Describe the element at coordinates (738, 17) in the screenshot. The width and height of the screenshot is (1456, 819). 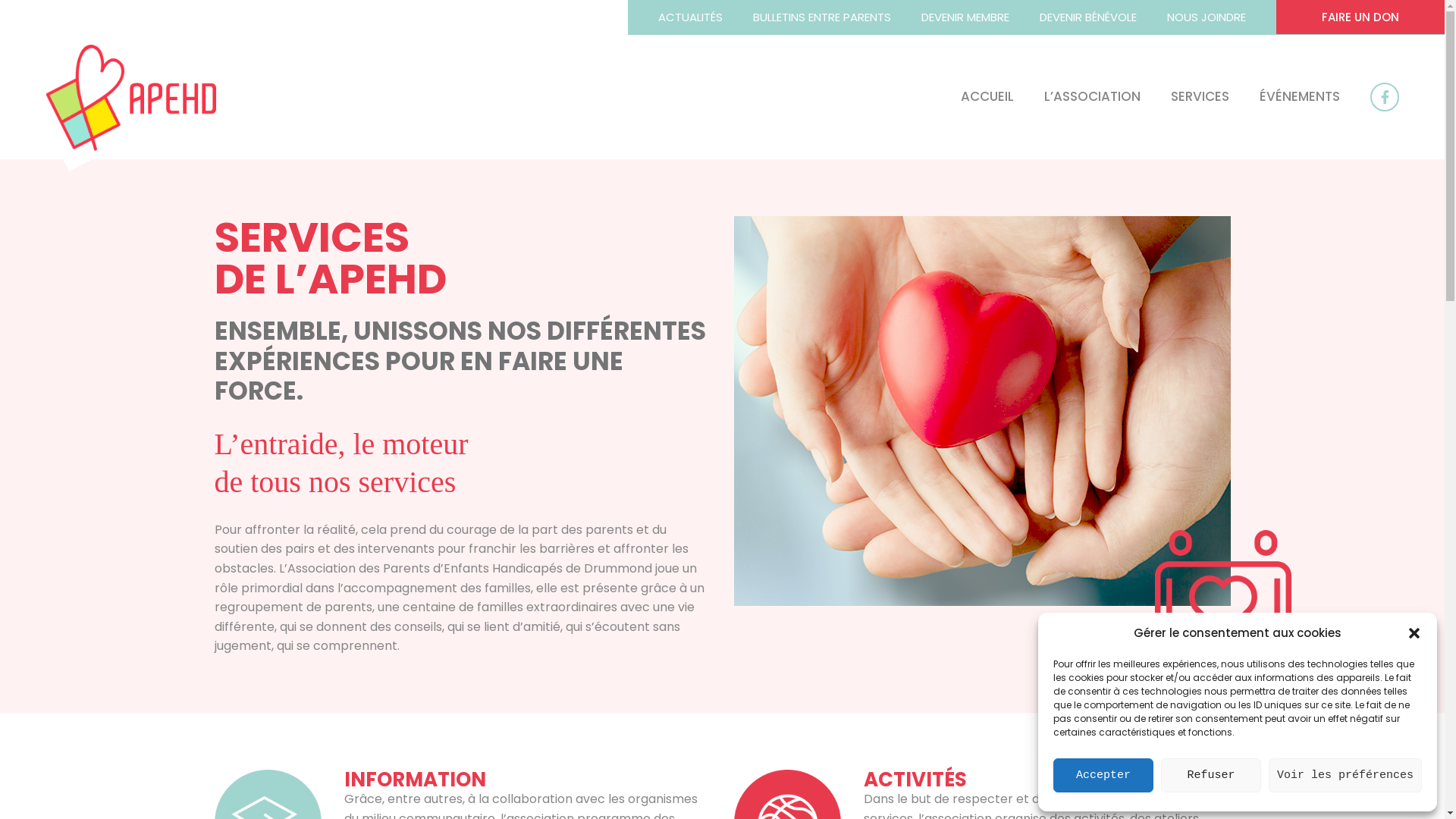
I see `'BULLETINS ENTRE PARENTS'` at that location.